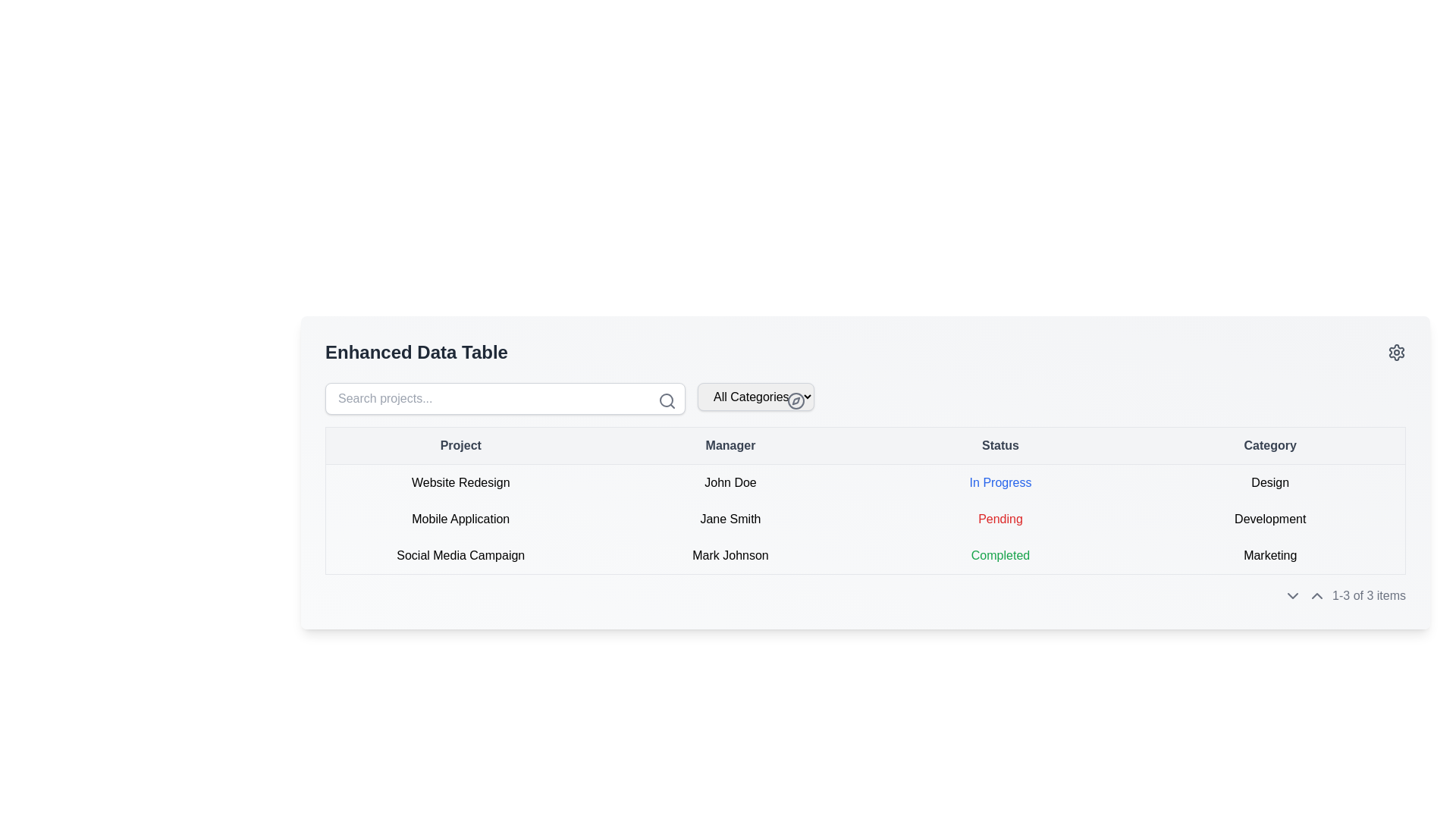 This screenshot has width=1456, height=819. I want to click on the outermost circle of the compass icon located in the top-right corner of the Enhanced Data Table header area, so click(795, 400).